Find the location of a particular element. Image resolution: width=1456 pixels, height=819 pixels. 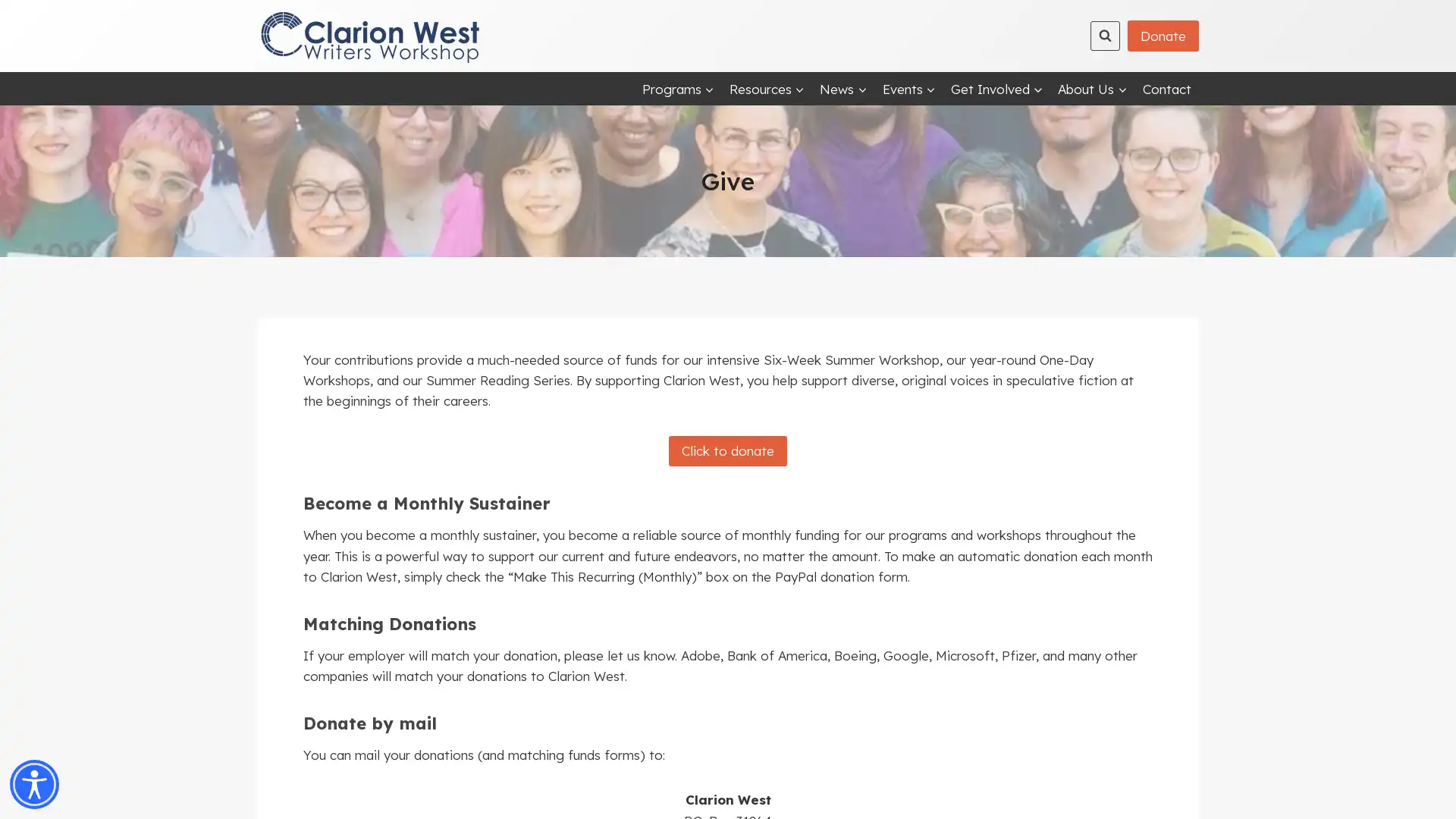

Expand child menu is located at coordinates (767, 88).